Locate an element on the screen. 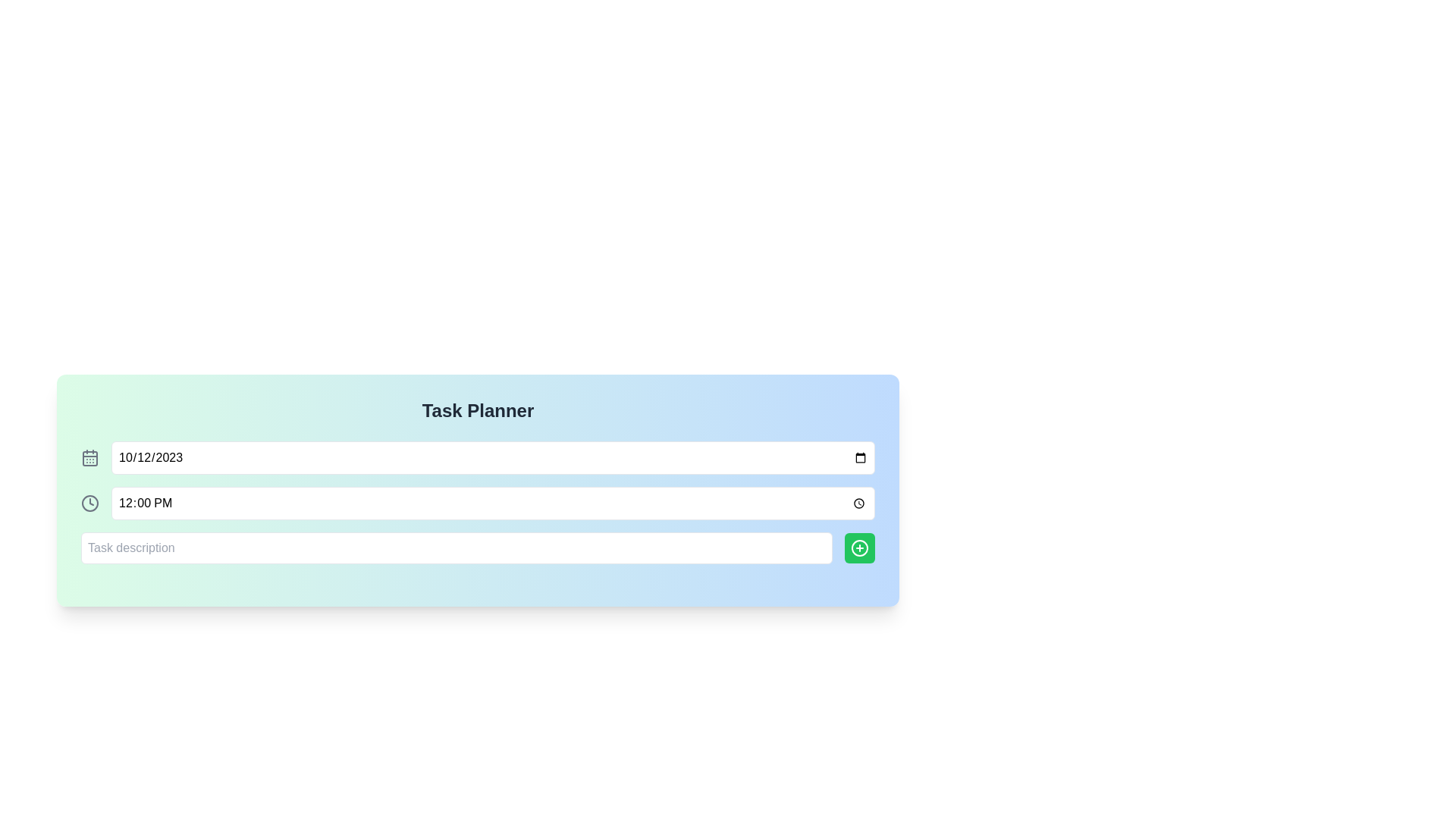  the decorative part of the calendar icon that symbolizes date selection functionality in the task planner interface, located directly to the left of the date input field labeled '10/12/2023' is located at coordinates (89, 458).